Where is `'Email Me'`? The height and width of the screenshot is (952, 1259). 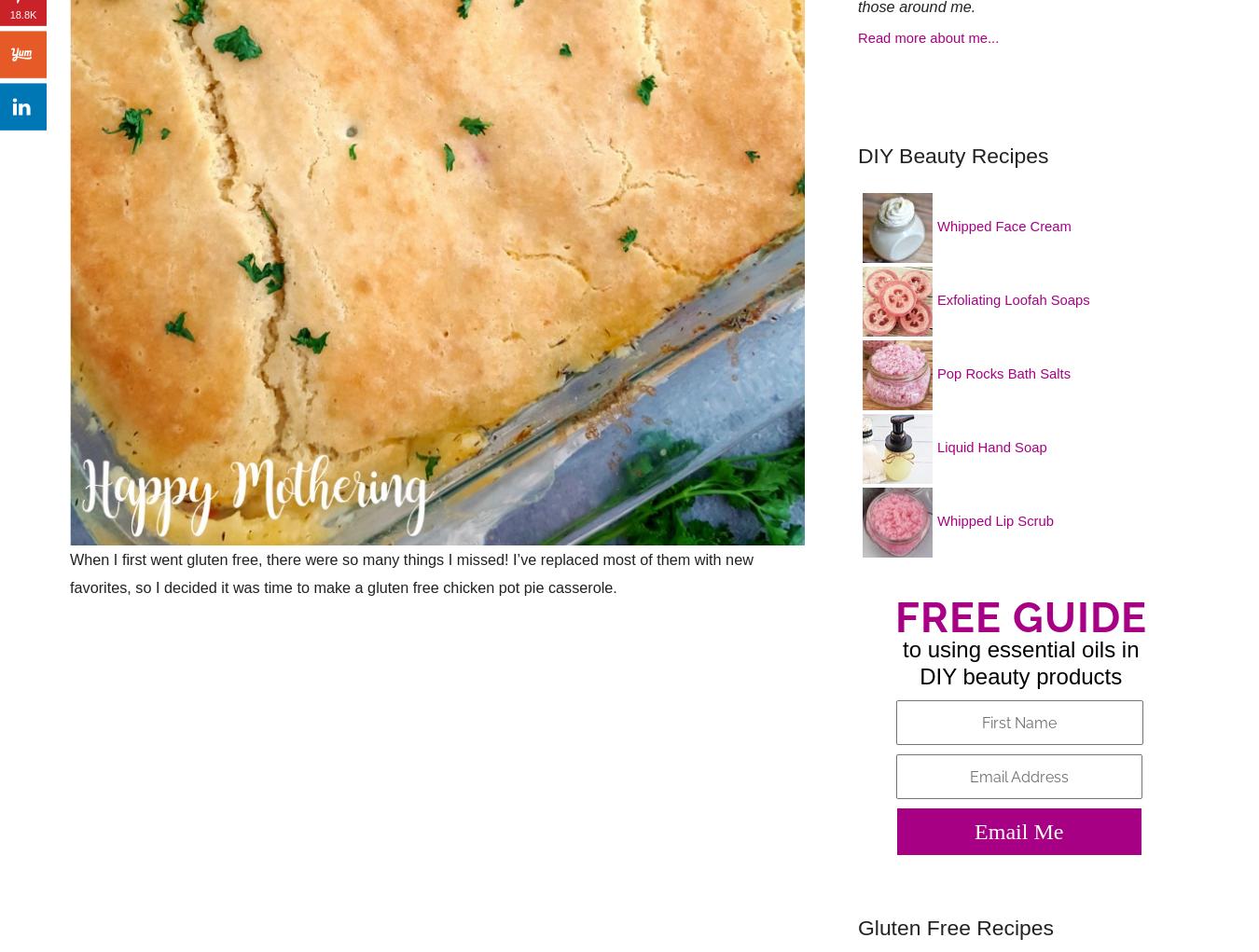 'Email Me' is located at coordinates (1018, 831).